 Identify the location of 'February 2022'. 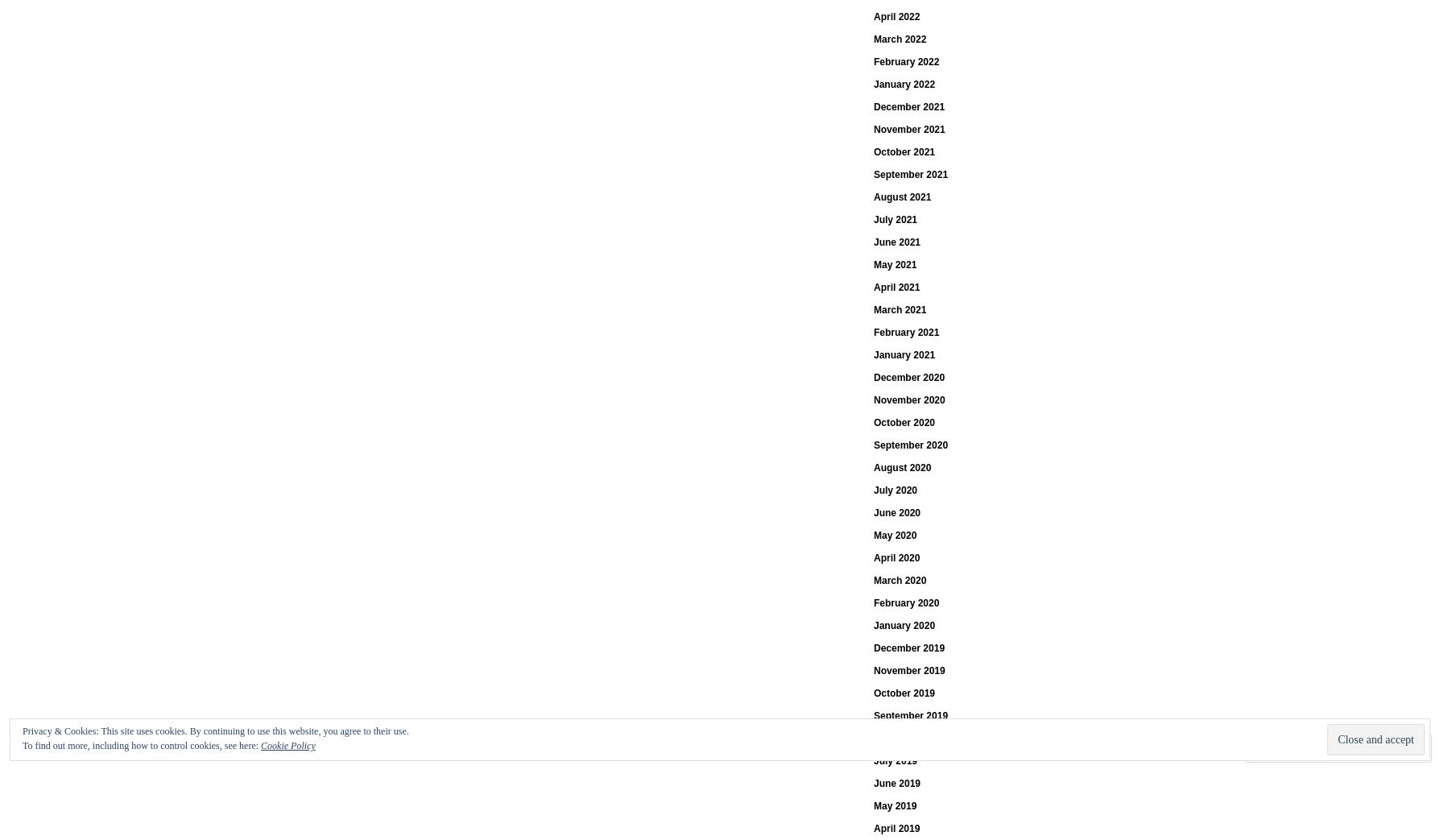
(905, 61).